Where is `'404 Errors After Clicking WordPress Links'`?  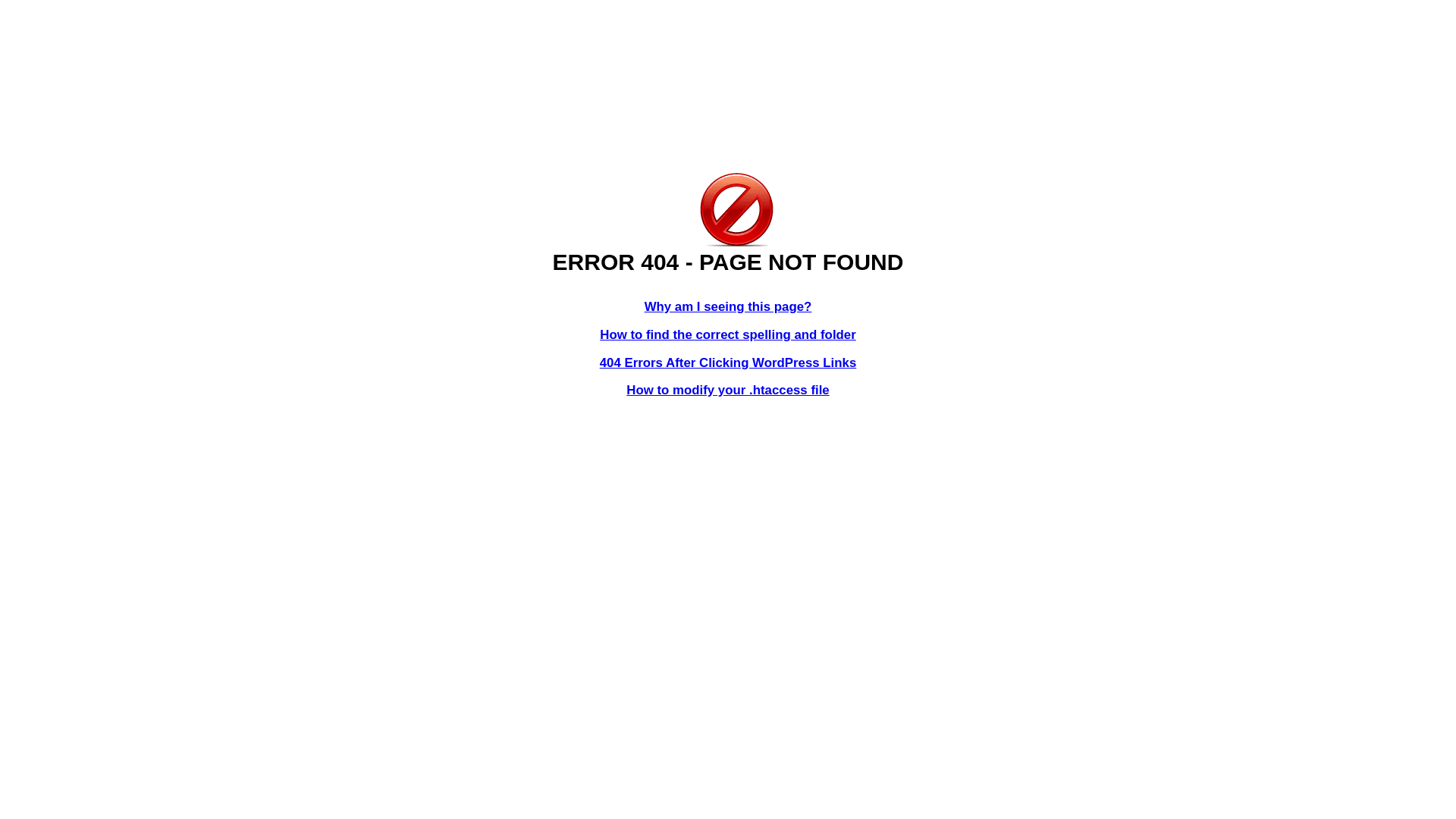 '404 Errors After Clicking WordPress Links' is located at coordinates (599, 362).